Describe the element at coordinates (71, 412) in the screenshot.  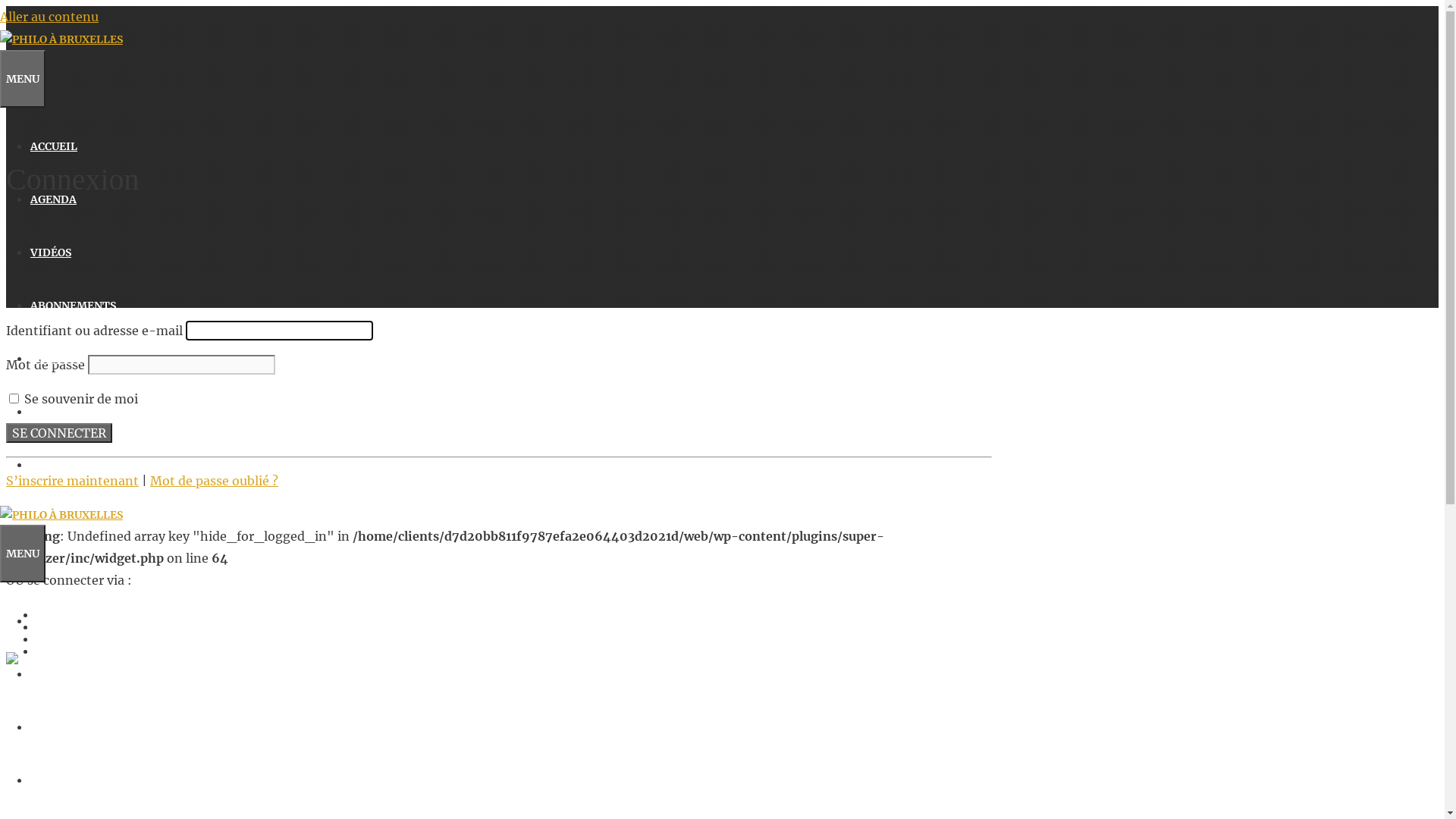
I see `'SE CONNECTER'` at that location.